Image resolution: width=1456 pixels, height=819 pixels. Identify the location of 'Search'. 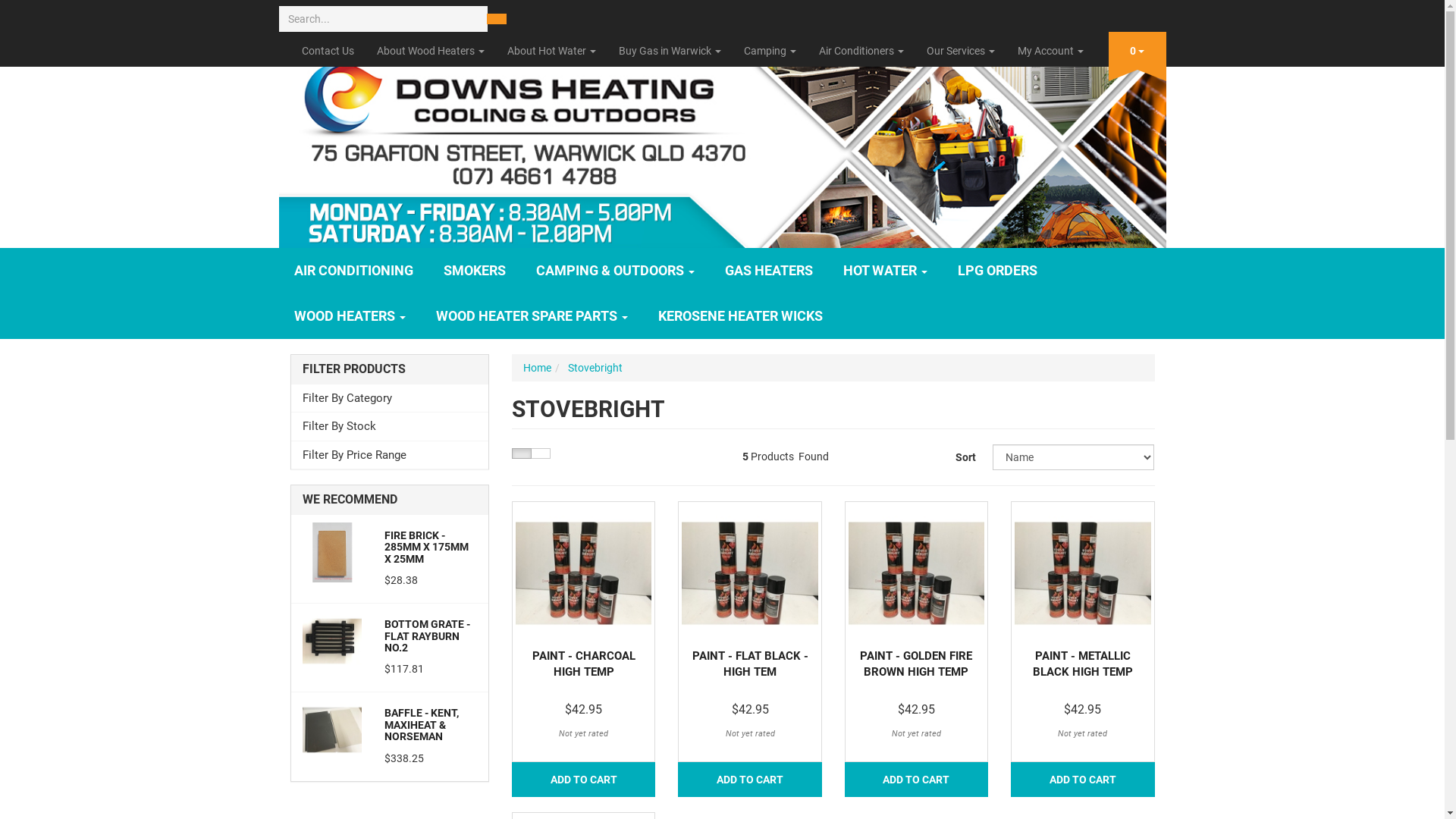
(496, 18).